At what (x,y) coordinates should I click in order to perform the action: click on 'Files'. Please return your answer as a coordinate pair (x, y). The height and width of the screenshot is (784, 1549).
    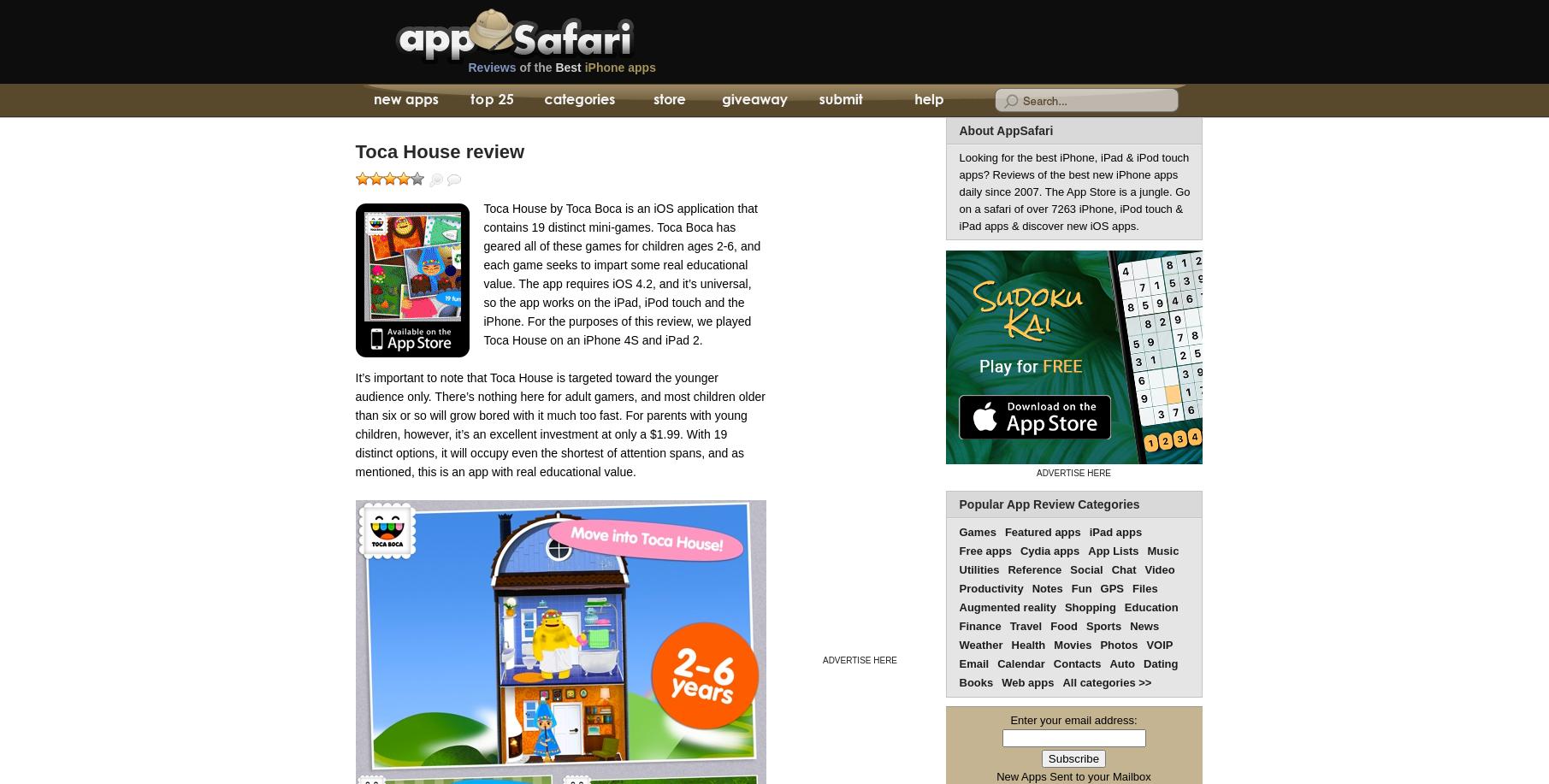
    Looking at the image, I should click on (1144, 588).